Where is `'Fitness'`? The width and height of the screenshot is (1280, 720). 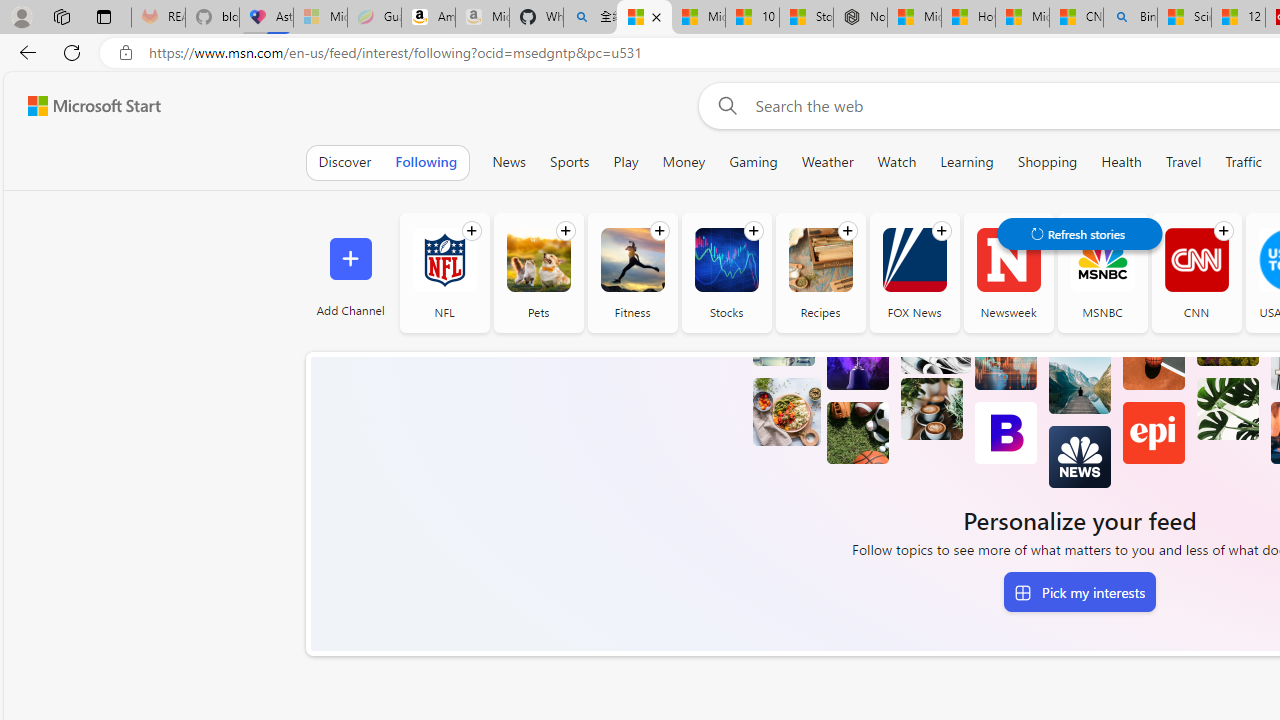 'Fitness' is located at coordinates (631, 259).